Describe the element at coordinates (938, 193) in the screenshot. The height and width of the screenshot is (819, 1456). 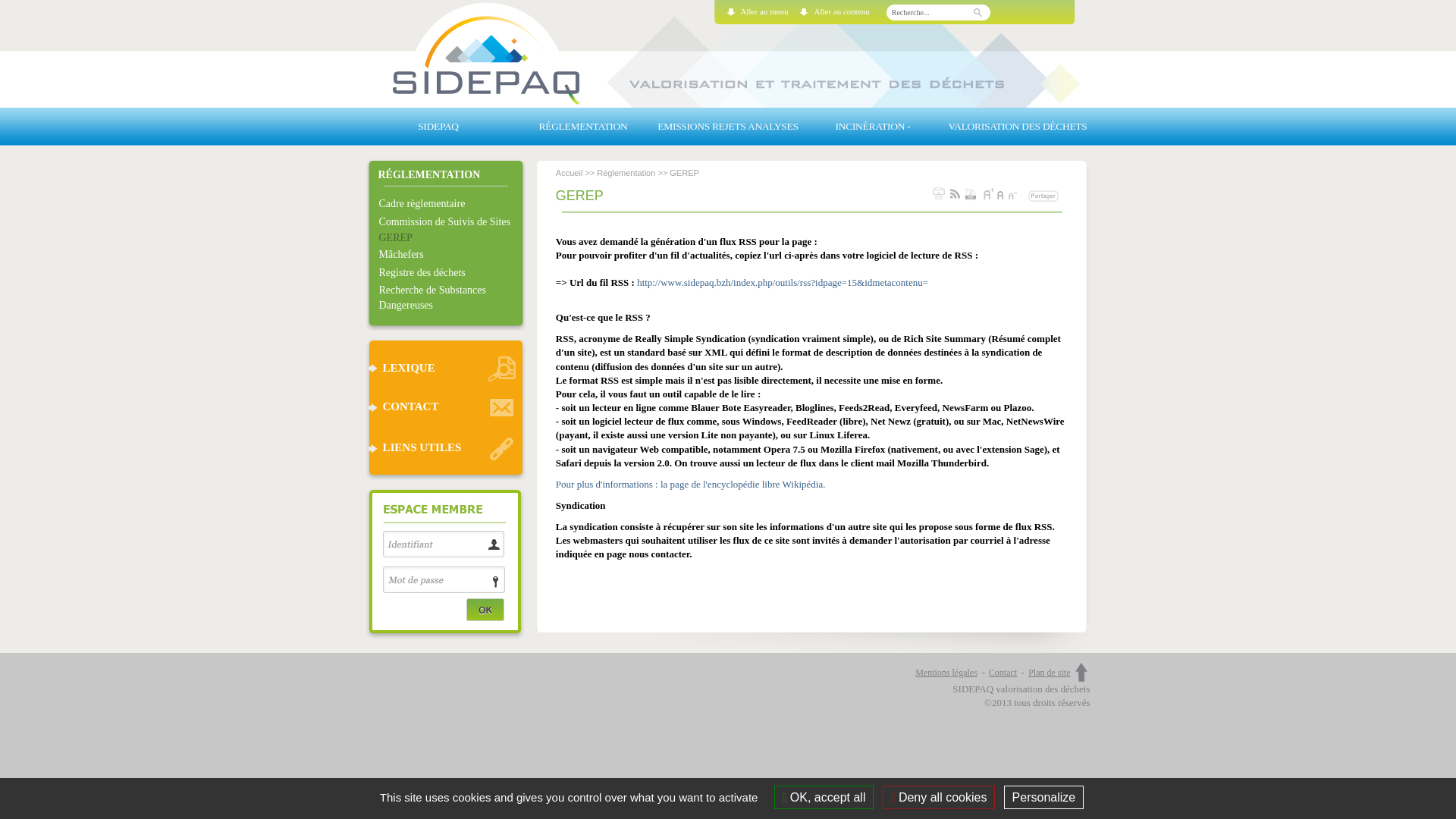
I see `'Imprimer la page'` at that location.